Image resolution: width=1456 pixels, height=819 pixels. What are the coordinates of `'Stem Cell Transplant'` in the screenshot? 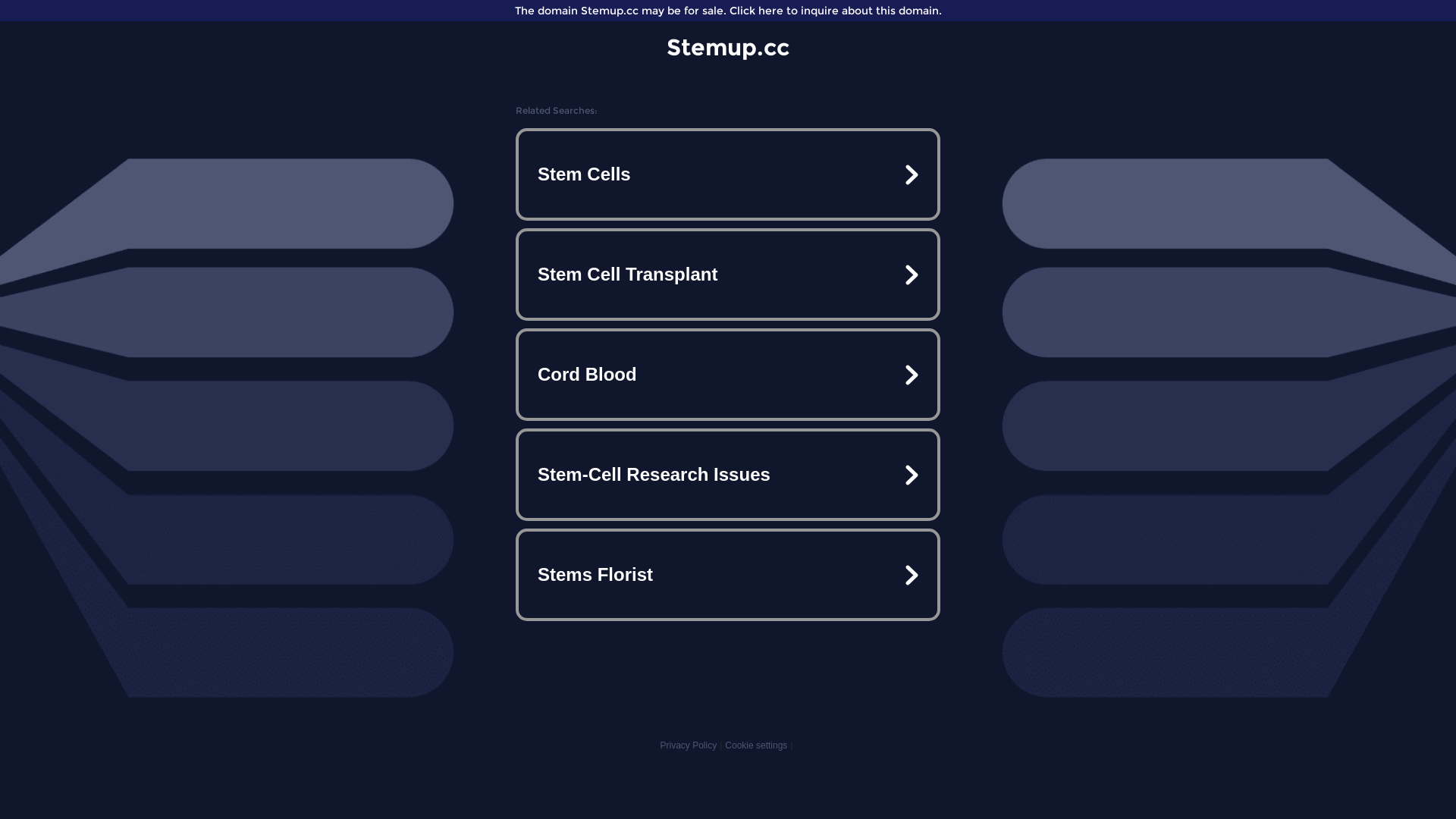 It's located at (728, 275).